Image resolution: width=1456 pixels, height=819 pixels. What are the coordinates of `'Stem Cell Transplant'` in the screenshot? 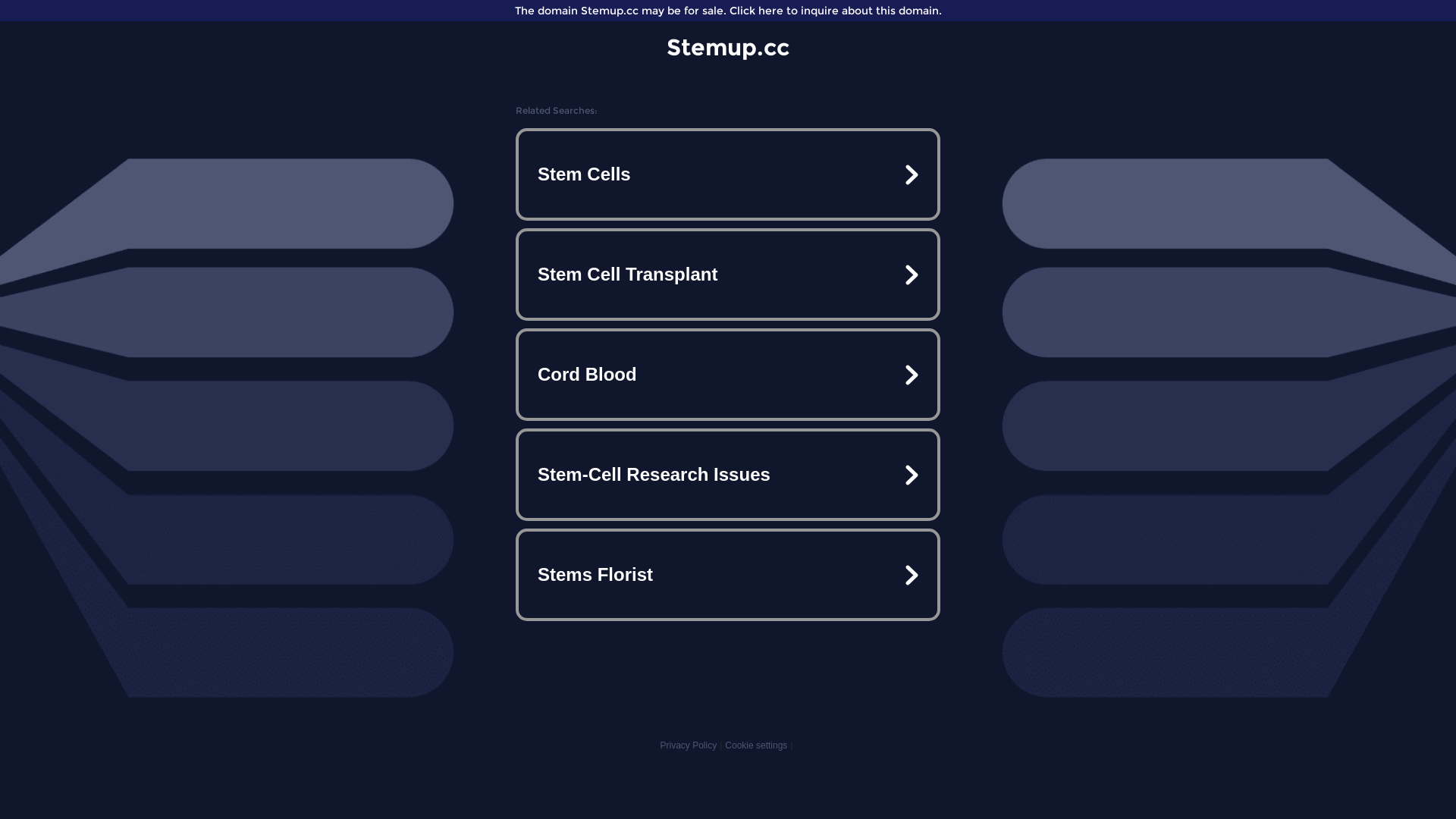 It's located at (728, 275).